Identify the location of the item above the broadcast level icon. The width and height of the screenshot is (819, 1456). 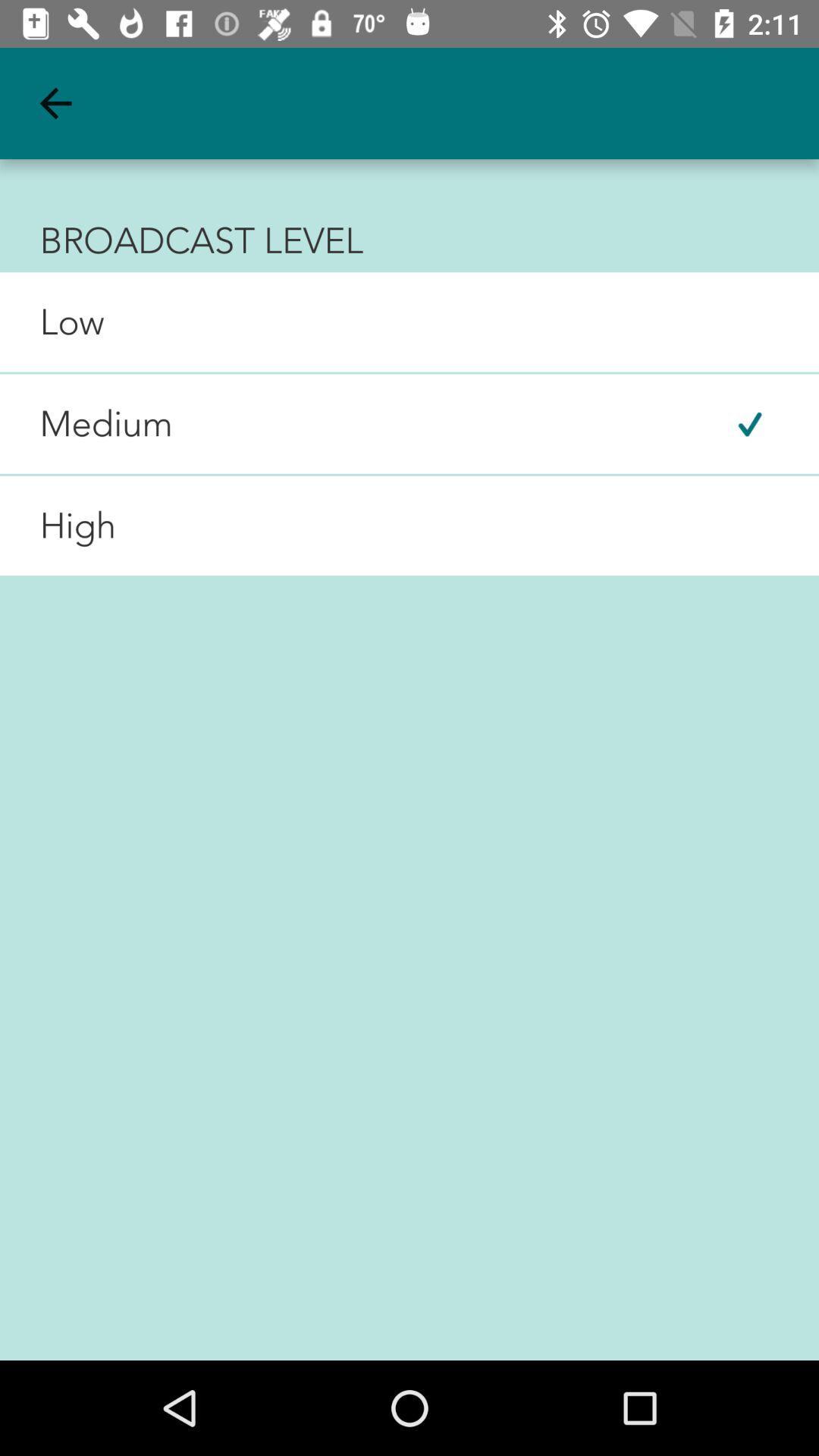
(55, 102).